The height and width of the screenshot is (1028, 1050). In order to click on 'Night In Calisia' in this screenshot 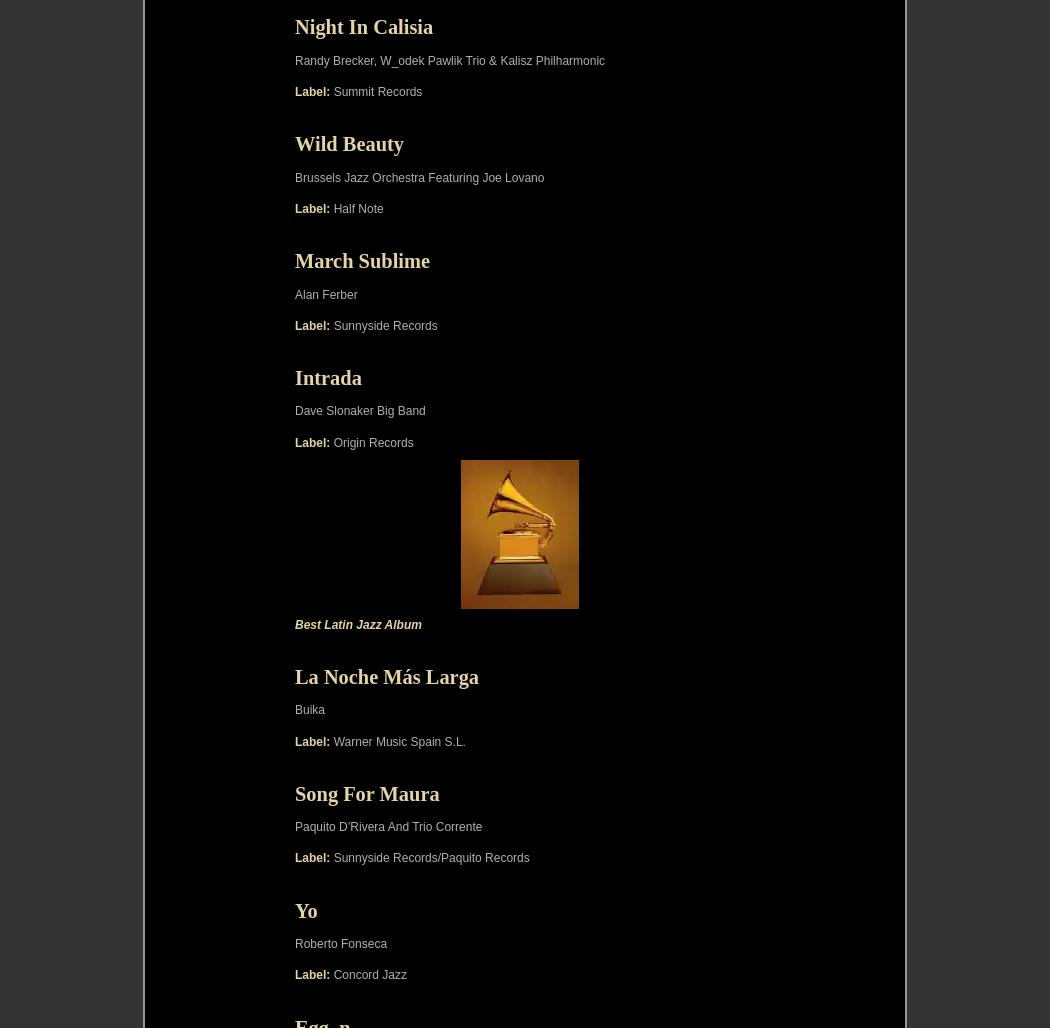, I will do `click(363, 27)`.